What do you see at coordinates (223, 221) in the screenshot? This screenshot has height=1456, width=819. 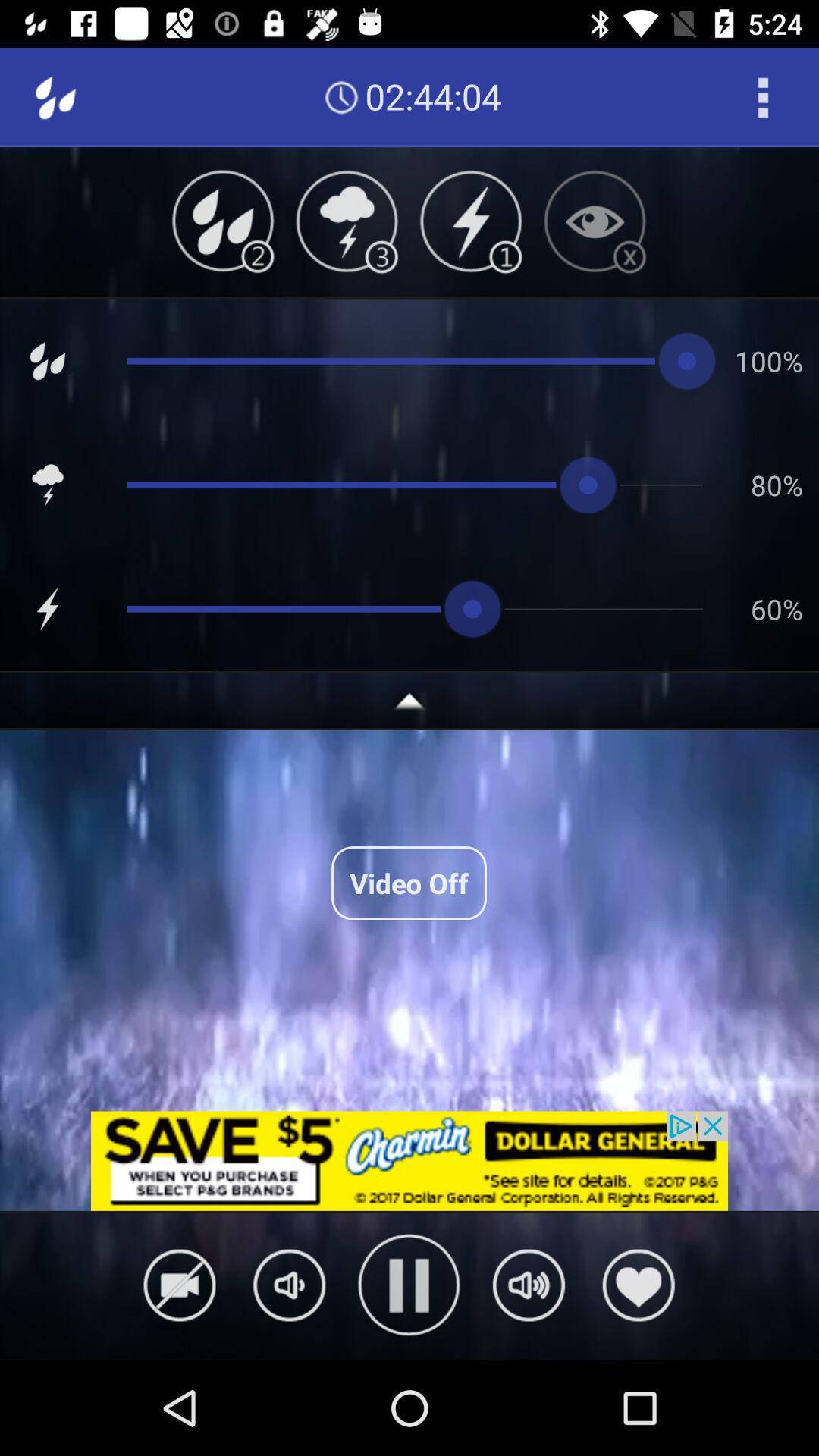 I see `the weather icon` at bounding box center [223, 221].